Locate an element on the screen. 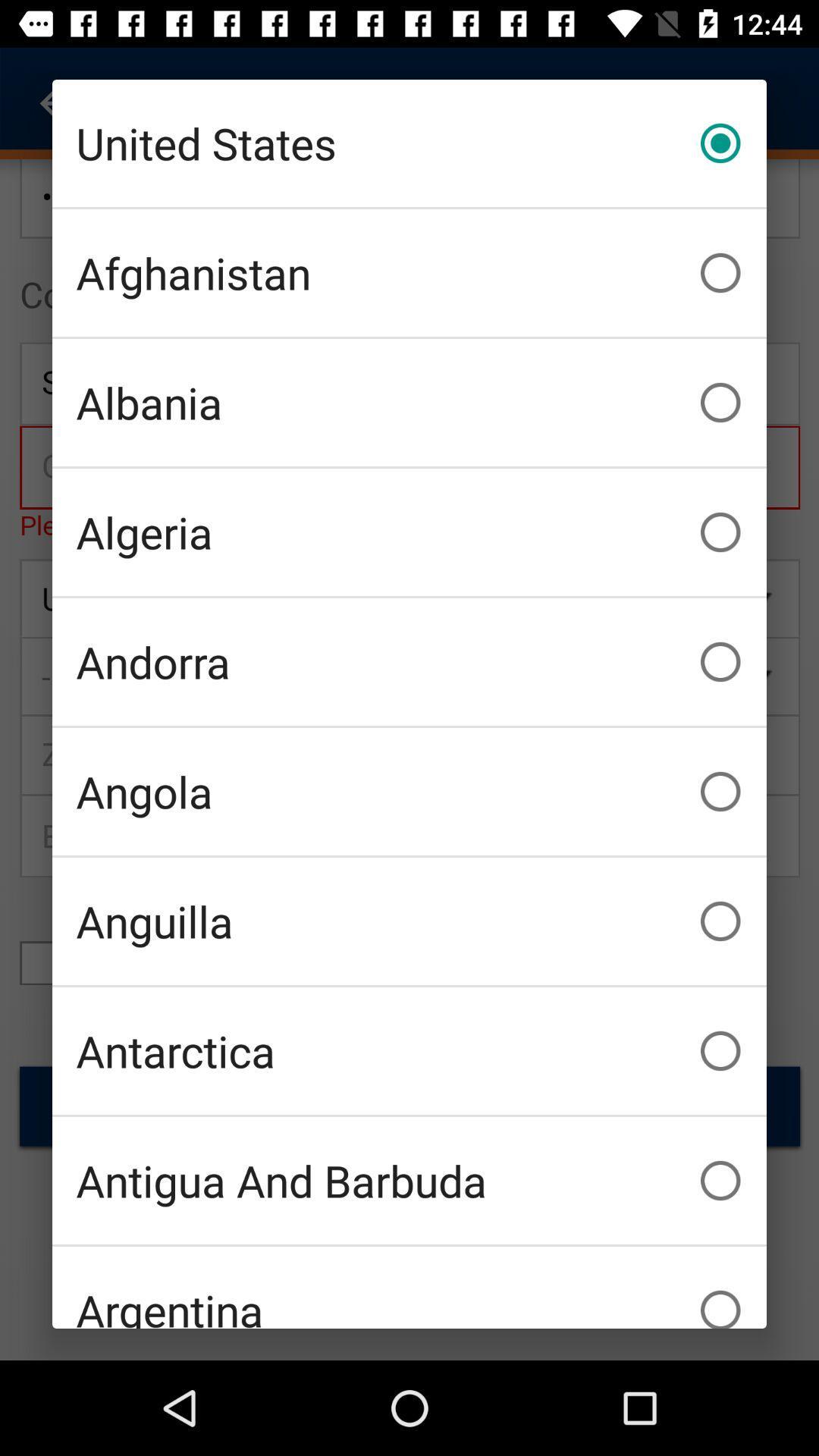 The height and width of the screenshot is (1456, 819). algeria is located at coordinates (409, 532).